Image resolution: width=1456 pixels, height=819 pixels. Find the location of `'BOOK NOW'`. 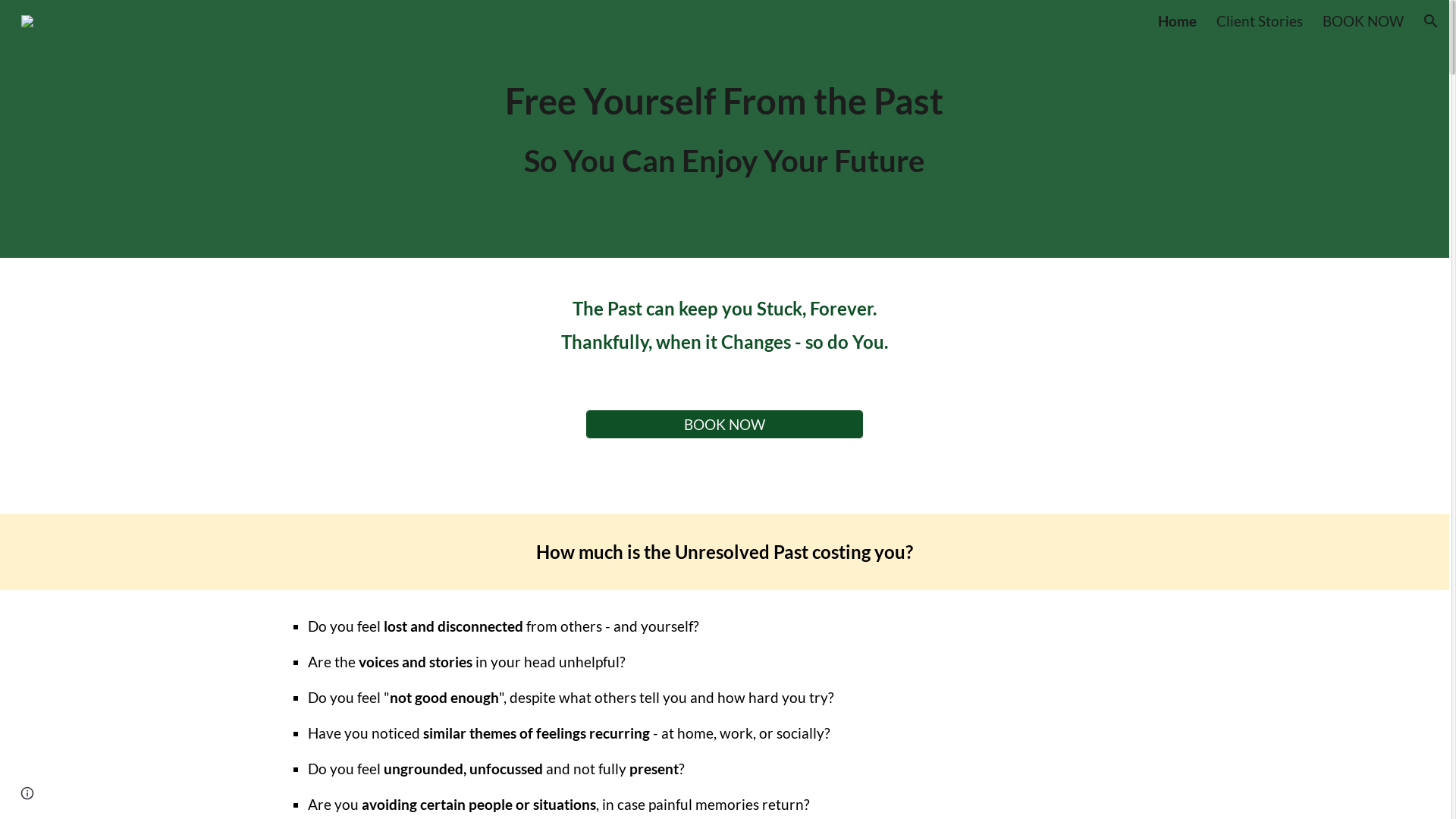

'BOOK NOW' is located at coordinates (1363, 20).